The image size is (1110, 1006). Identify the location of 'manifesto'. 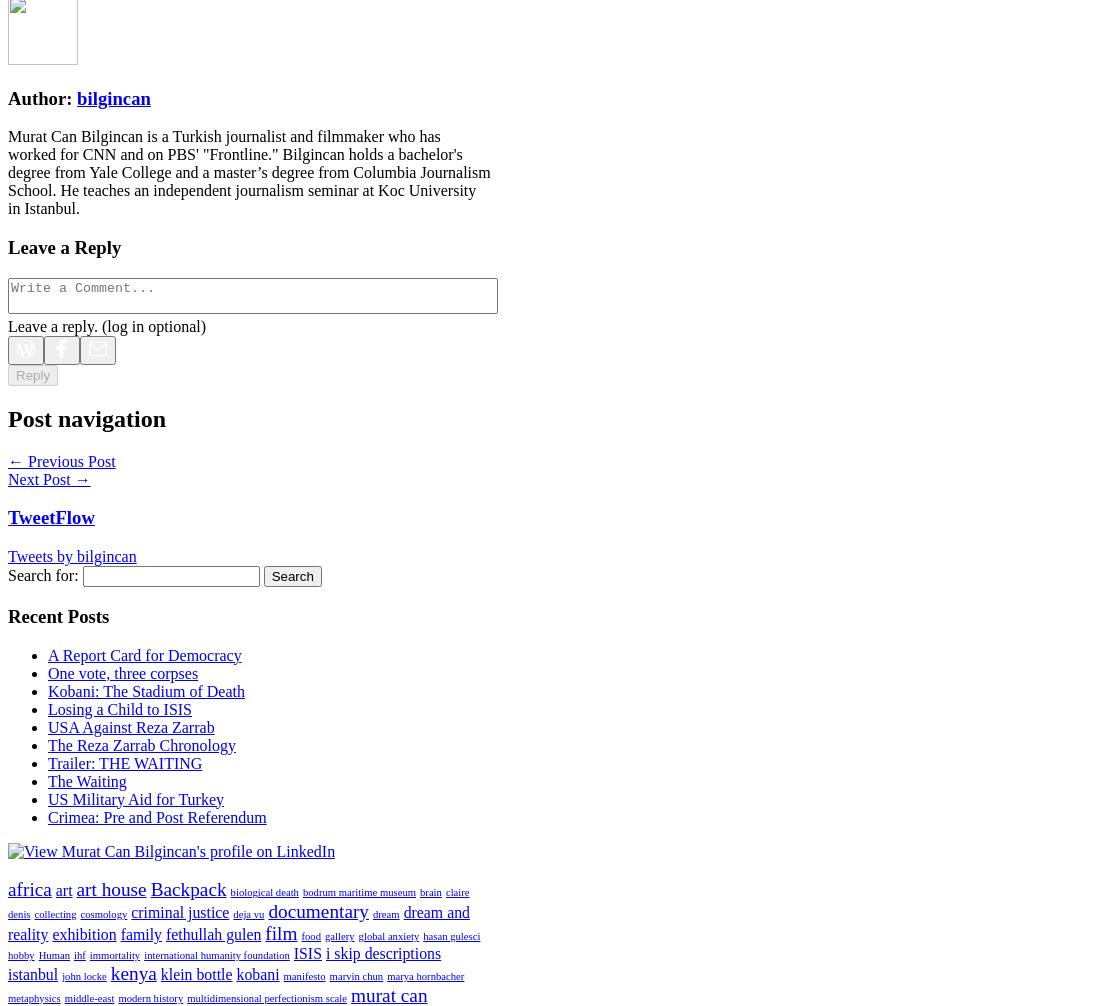
(303, 975).